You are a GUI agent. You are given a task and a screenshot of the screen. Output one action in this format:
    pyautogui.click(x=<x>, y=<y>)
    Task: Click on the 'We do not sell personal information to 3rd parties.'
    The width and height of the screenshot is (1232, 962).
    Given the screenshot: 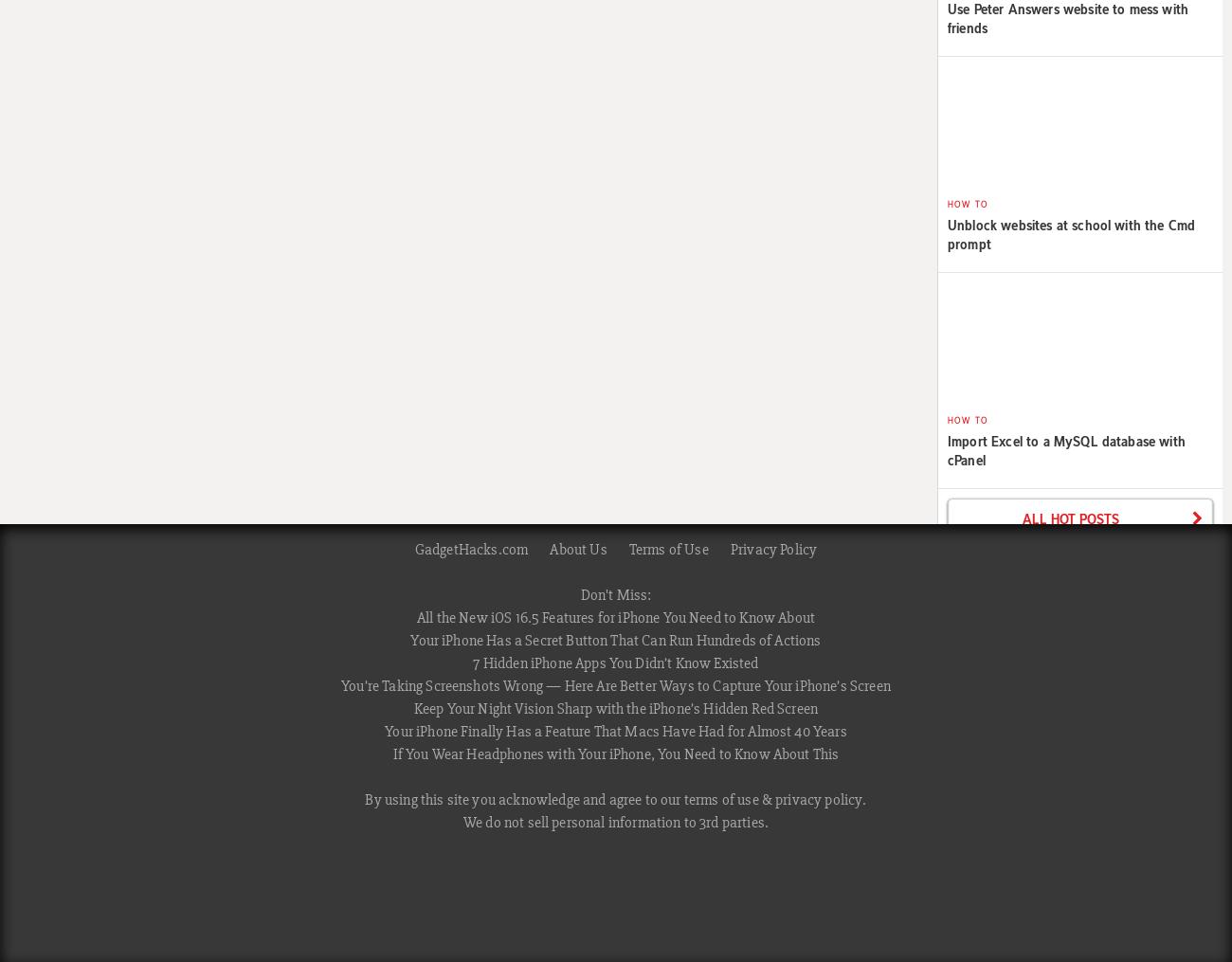 What is the action you would take?
    pyautogui.click(x=615, y=823)
    